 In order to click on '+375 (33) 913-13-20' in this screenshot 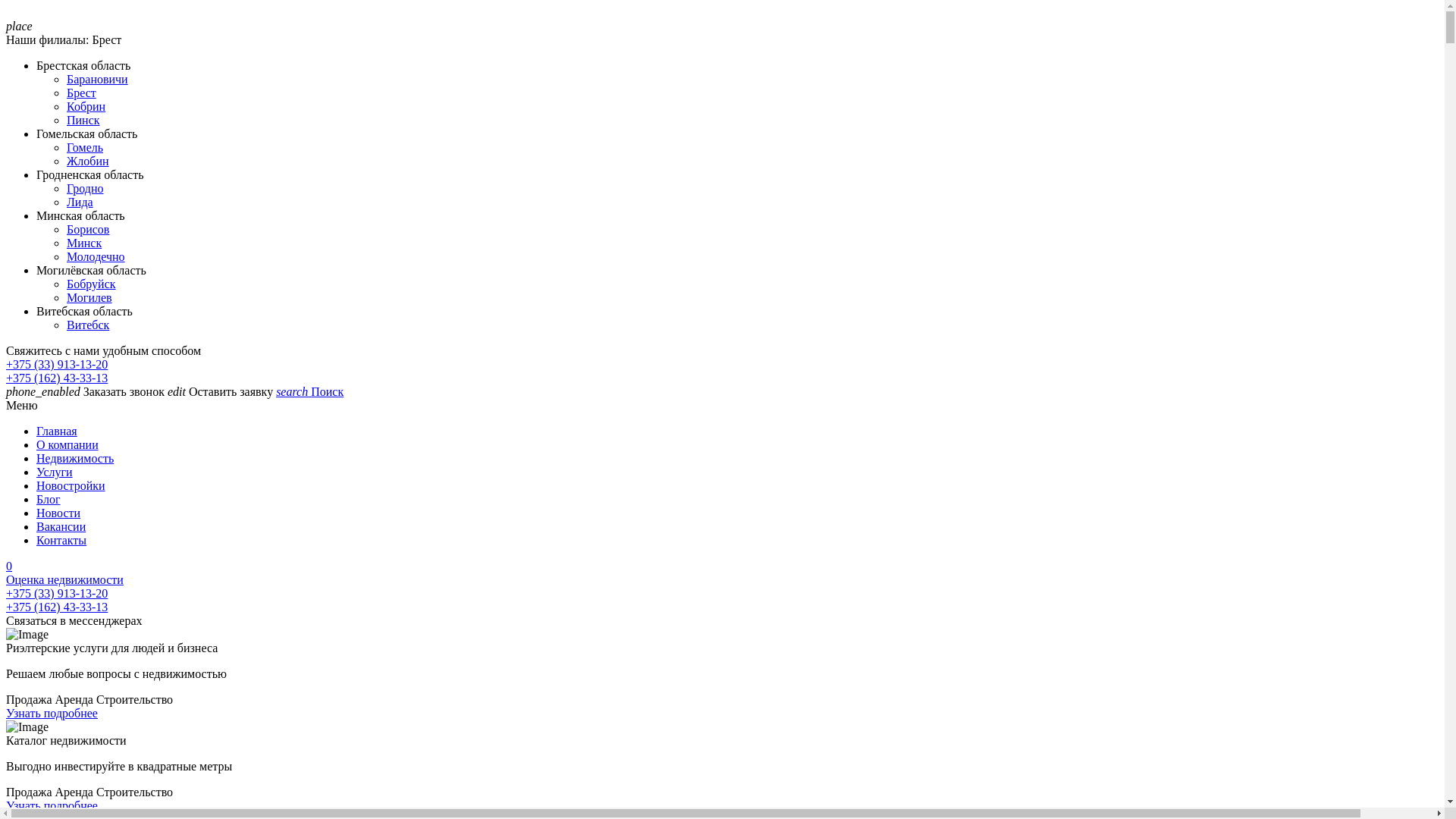, I will do `click(57, 592)`.